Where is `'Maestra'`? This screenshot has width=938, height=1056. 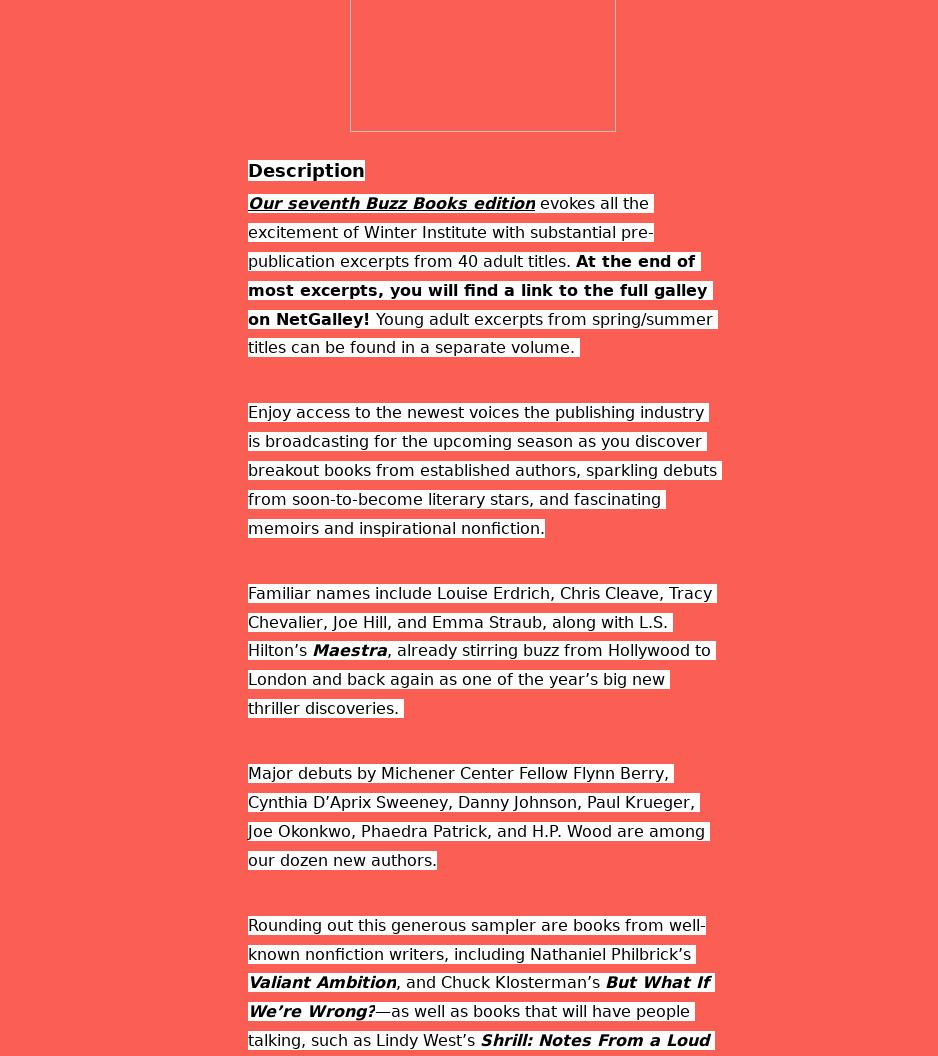
'Maestra' is located at coordinates (349, 649).